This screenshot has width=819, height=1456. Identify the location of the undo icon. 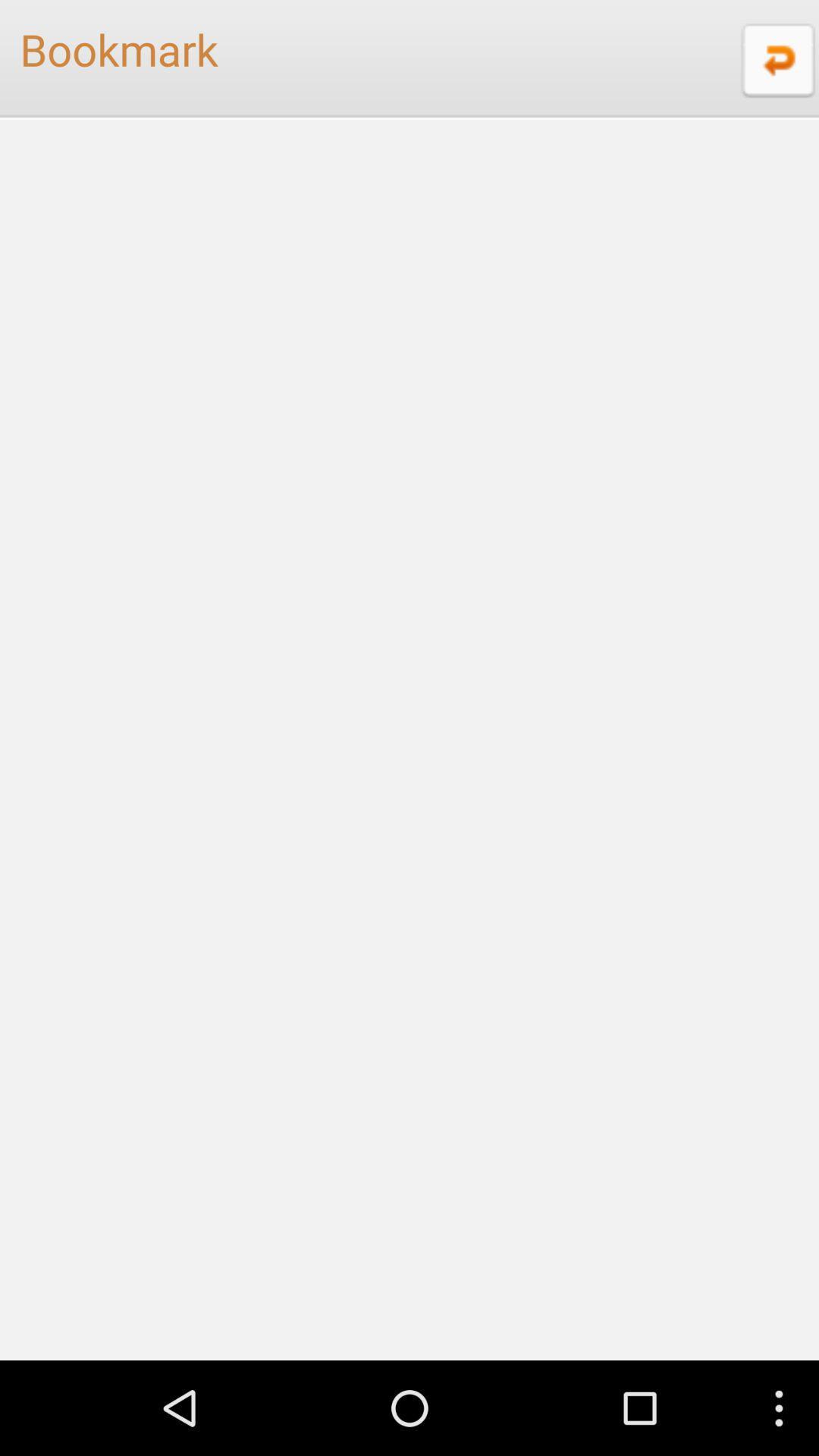
(776, 63).